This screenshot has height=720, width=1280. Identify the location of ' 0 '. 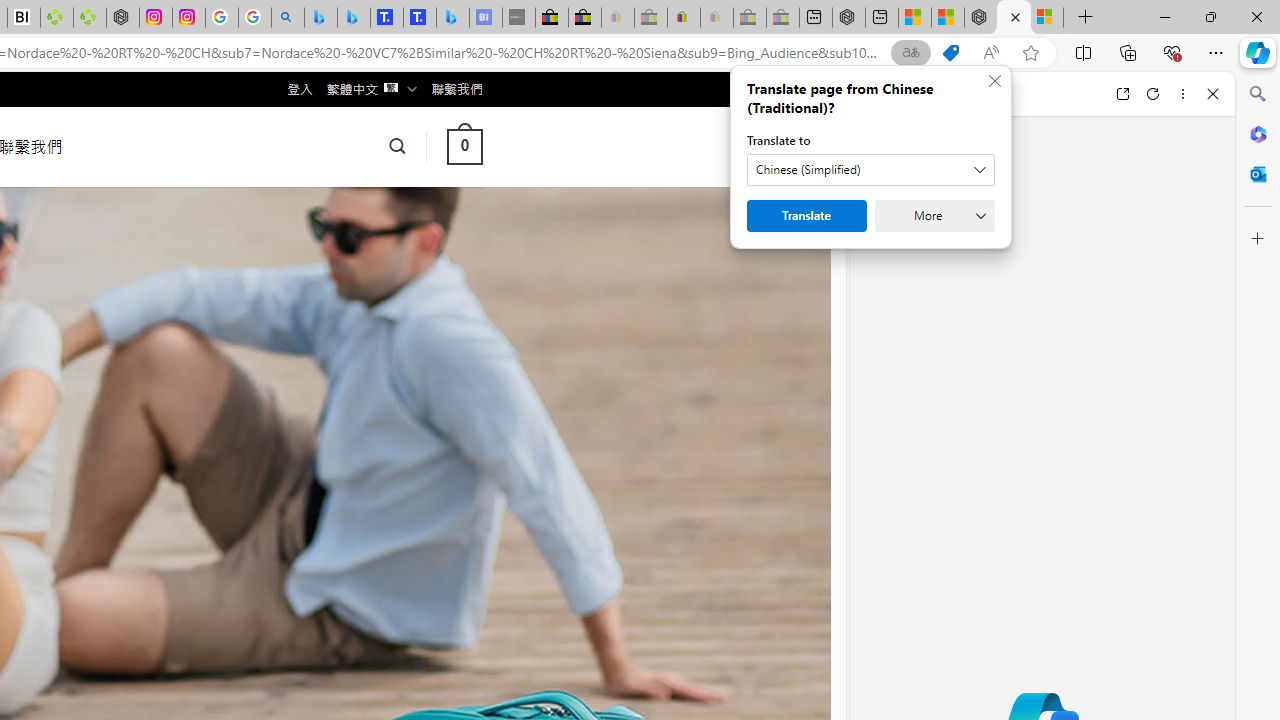
(463, 145).